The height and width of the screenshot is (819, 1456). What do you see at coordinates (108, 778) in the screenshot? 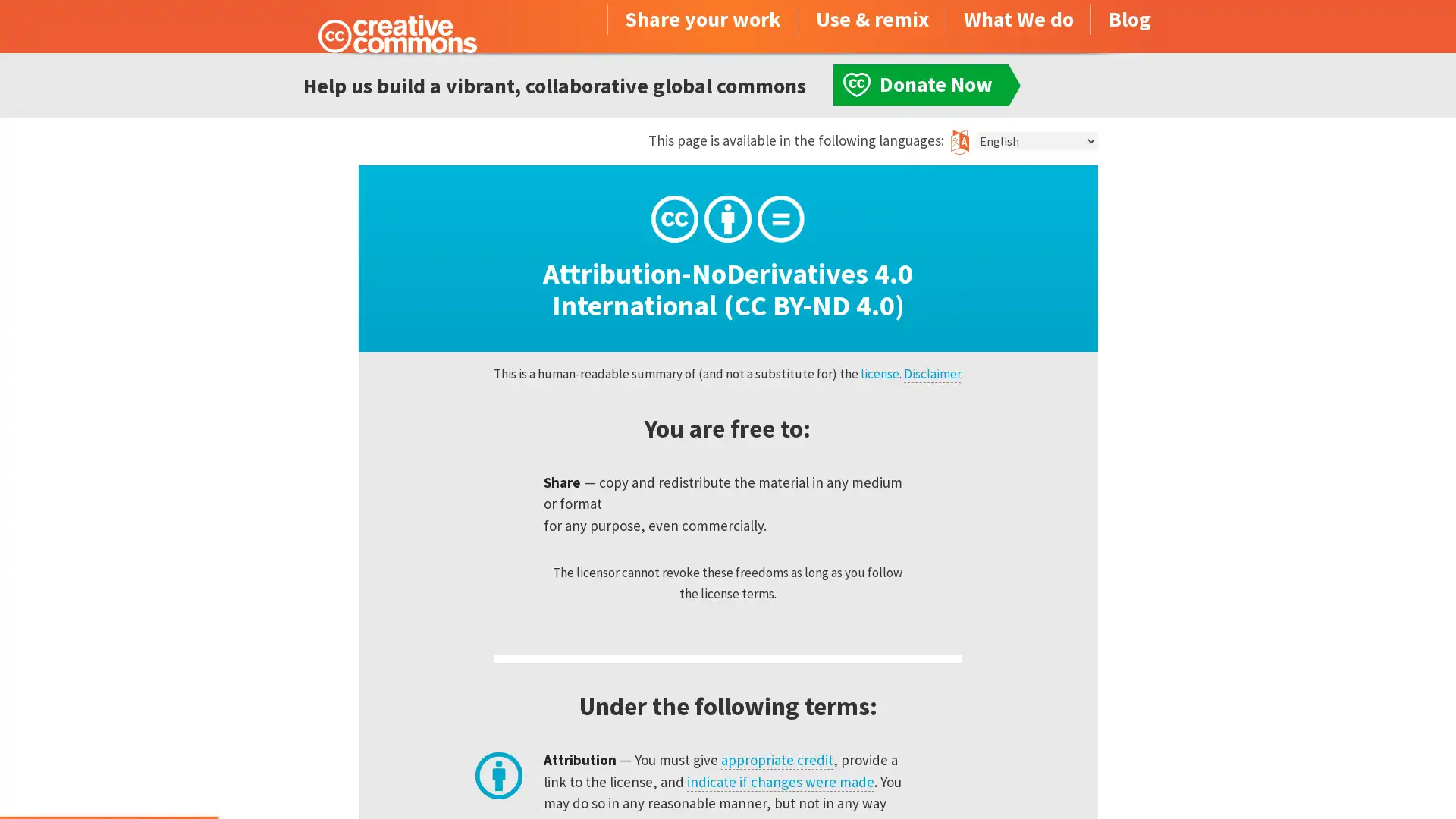
I see `Donate Now` at bounding box center [108, 778].